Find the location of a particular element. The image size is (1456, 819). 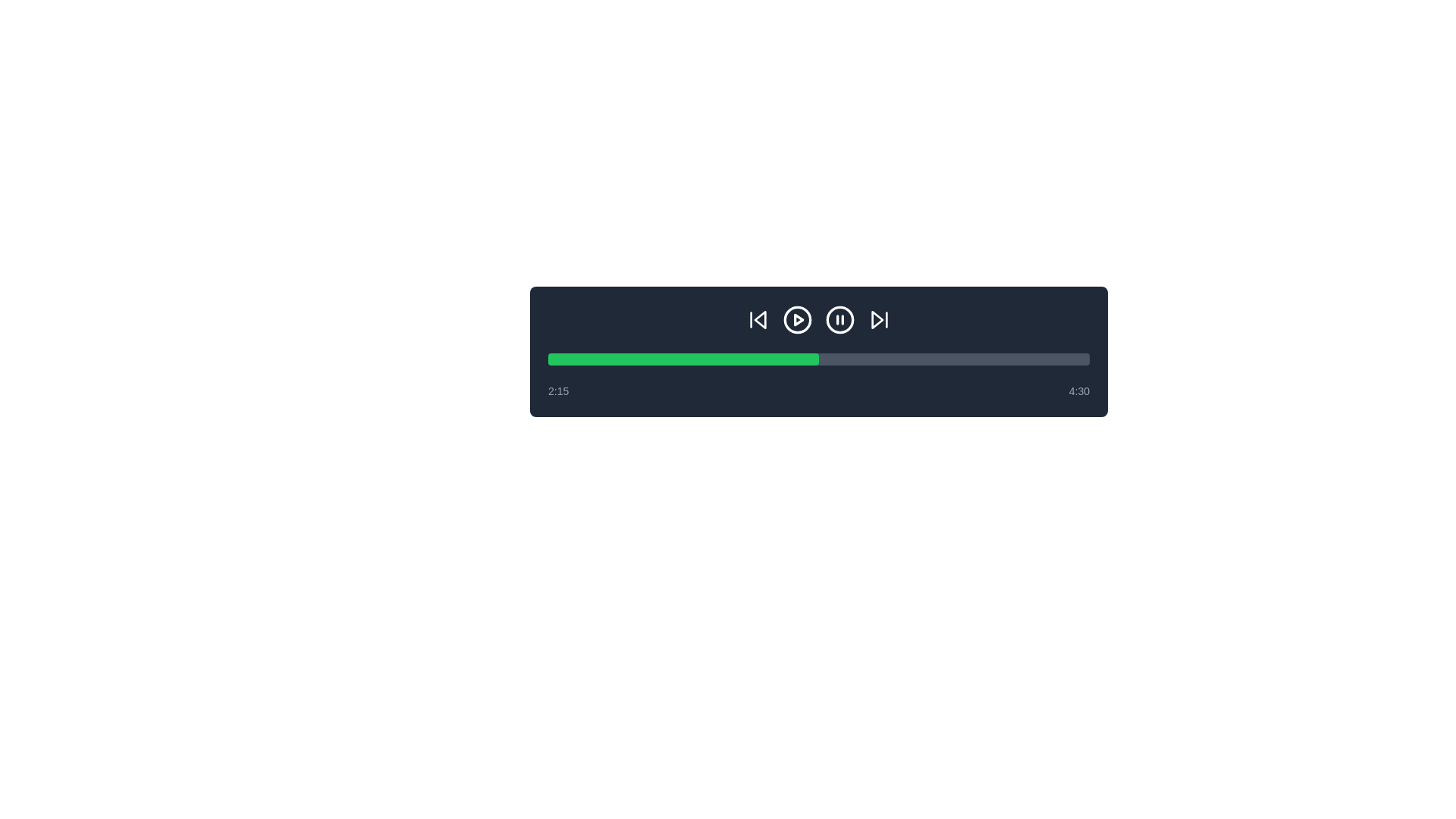

the Progress Bar that visually represents the progress of media playback, located centrally at the bottom of the music player interface is located at coordinates (818, 359).